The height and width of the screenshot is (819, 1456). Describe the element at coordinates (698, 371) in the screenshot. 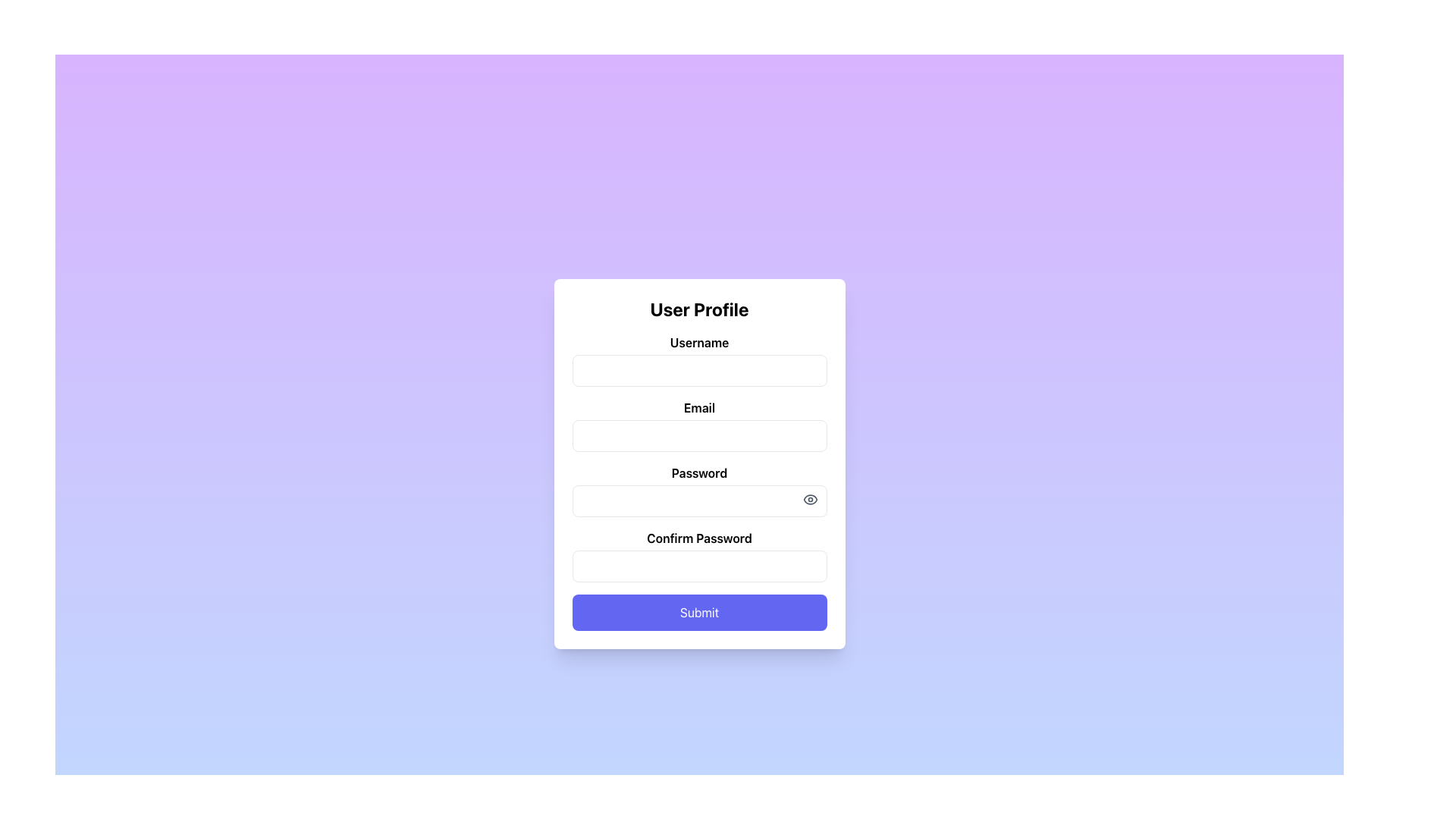

I see `the text input field for entering a username by clicking inside it to type` at that location.